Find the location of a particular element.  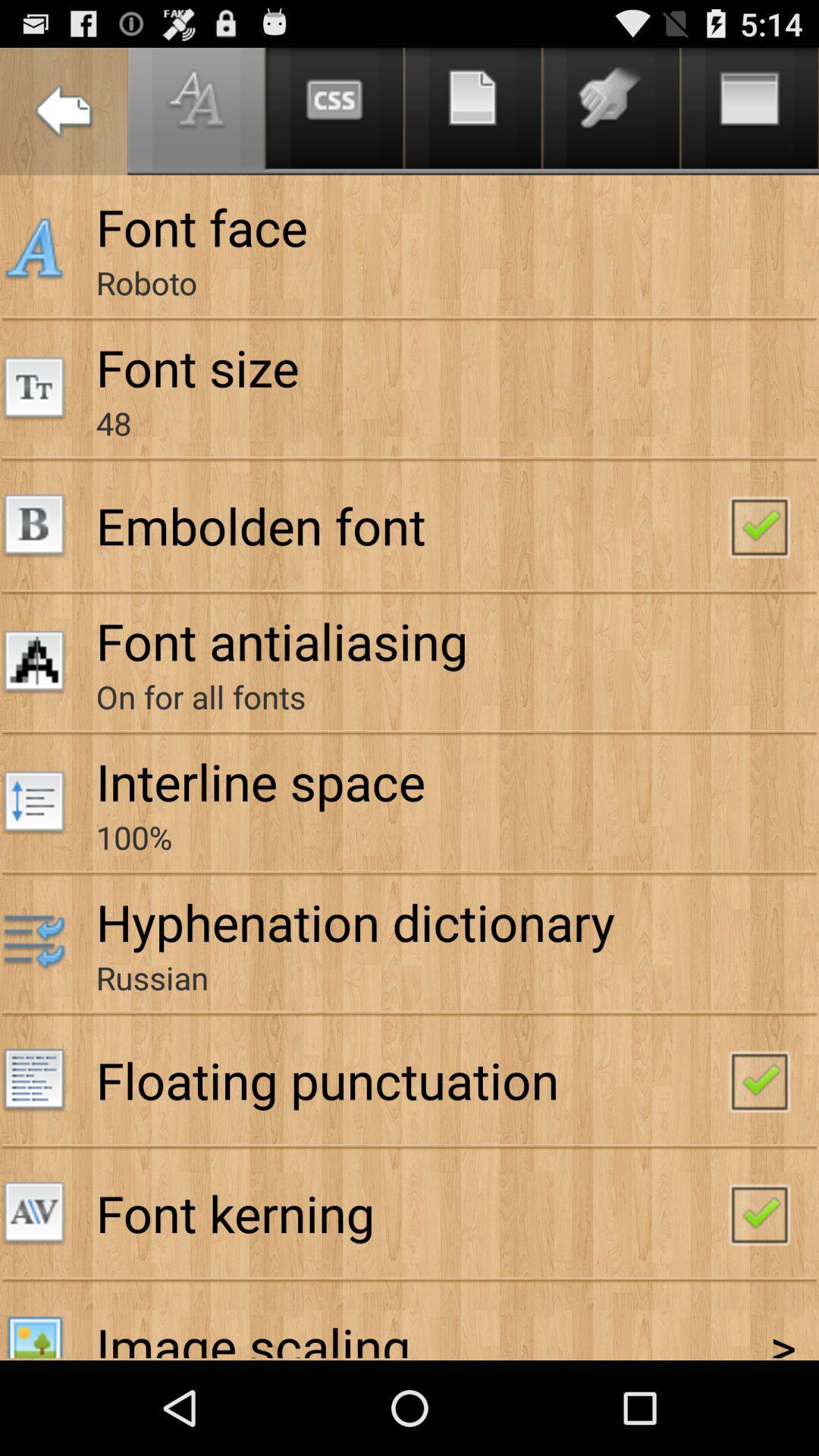

item above the font face item is located at coordinates (63, 111).